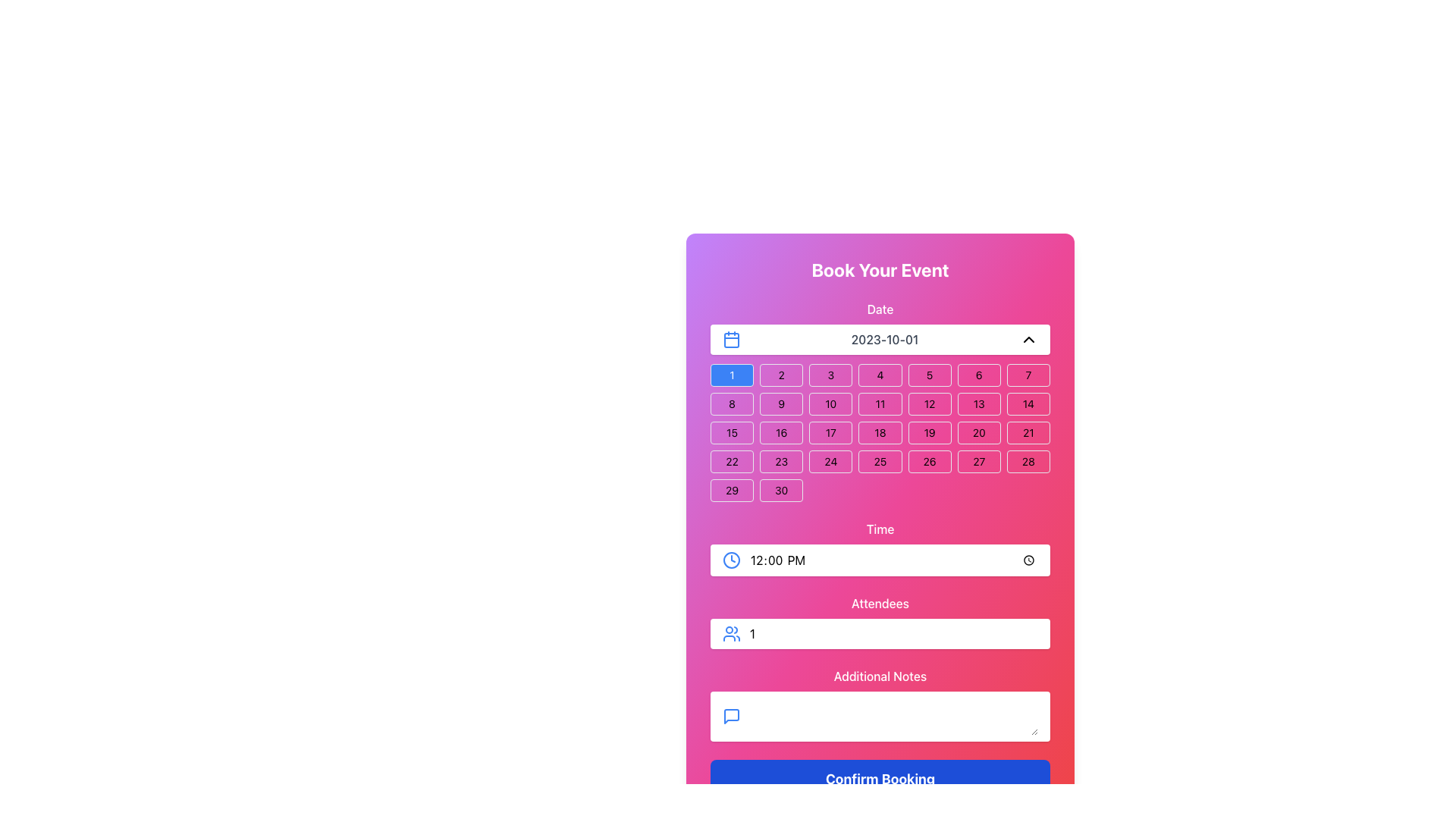 The height and width of the screenshot is (819, 1456). What do you see at coordinates (894, 634) in the screenshot?
I see `the Number Input Field` at bounding box center [894, 634].